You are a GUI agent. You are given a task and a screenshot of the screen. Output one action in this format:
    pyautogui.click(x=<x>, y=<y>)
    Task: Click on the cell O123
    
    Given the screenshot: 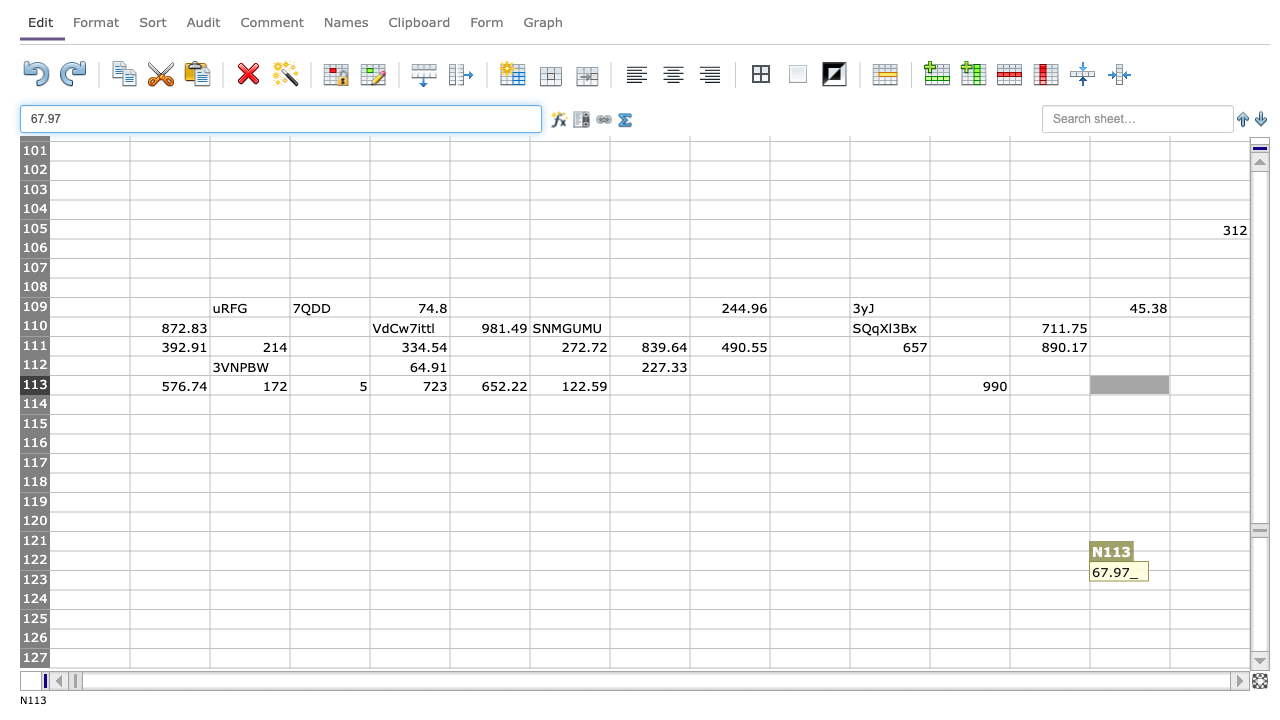 What is the action you would take?
    pyautogui.click(x=1208, y=580)
    